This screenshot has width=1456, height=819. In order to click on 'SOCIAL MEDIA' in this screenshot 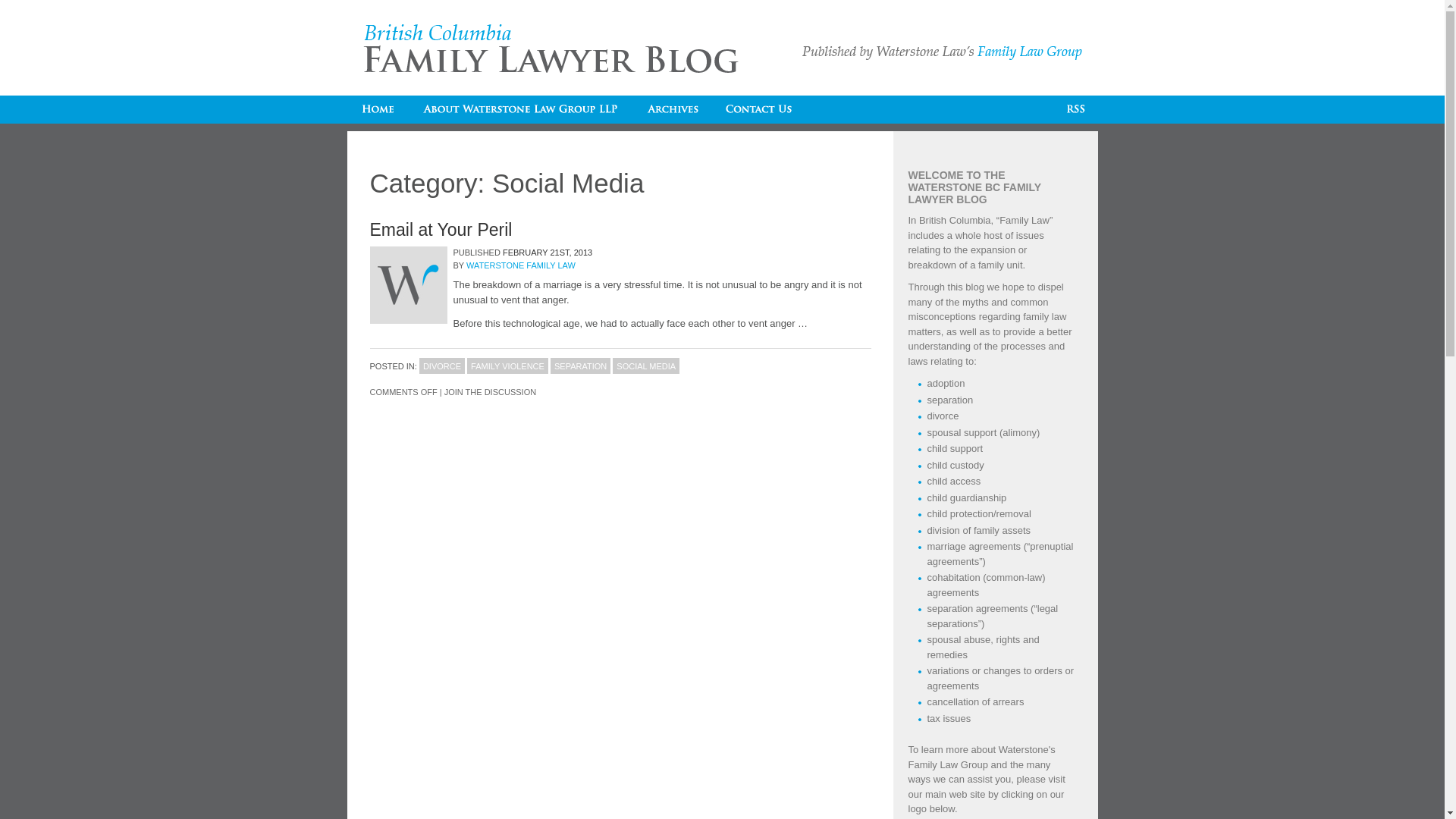, I will do `click(645, 366)`.